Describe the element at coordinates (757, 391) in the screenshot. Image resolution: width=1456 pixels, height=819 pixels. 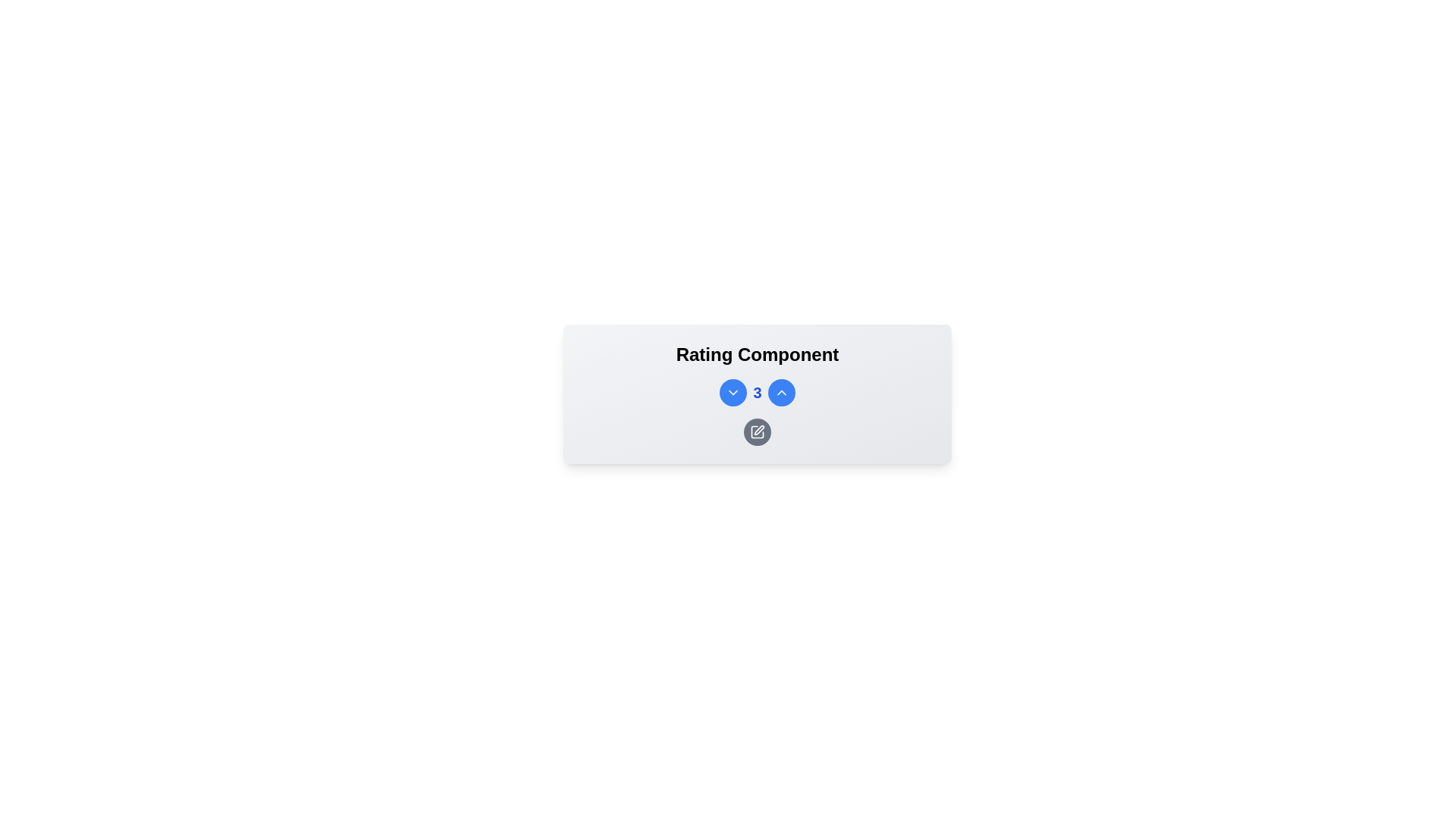
I see `the bold blue number '3' label in the numeric selector interface, positioned between the upward and downward arrow buttons` at that location.